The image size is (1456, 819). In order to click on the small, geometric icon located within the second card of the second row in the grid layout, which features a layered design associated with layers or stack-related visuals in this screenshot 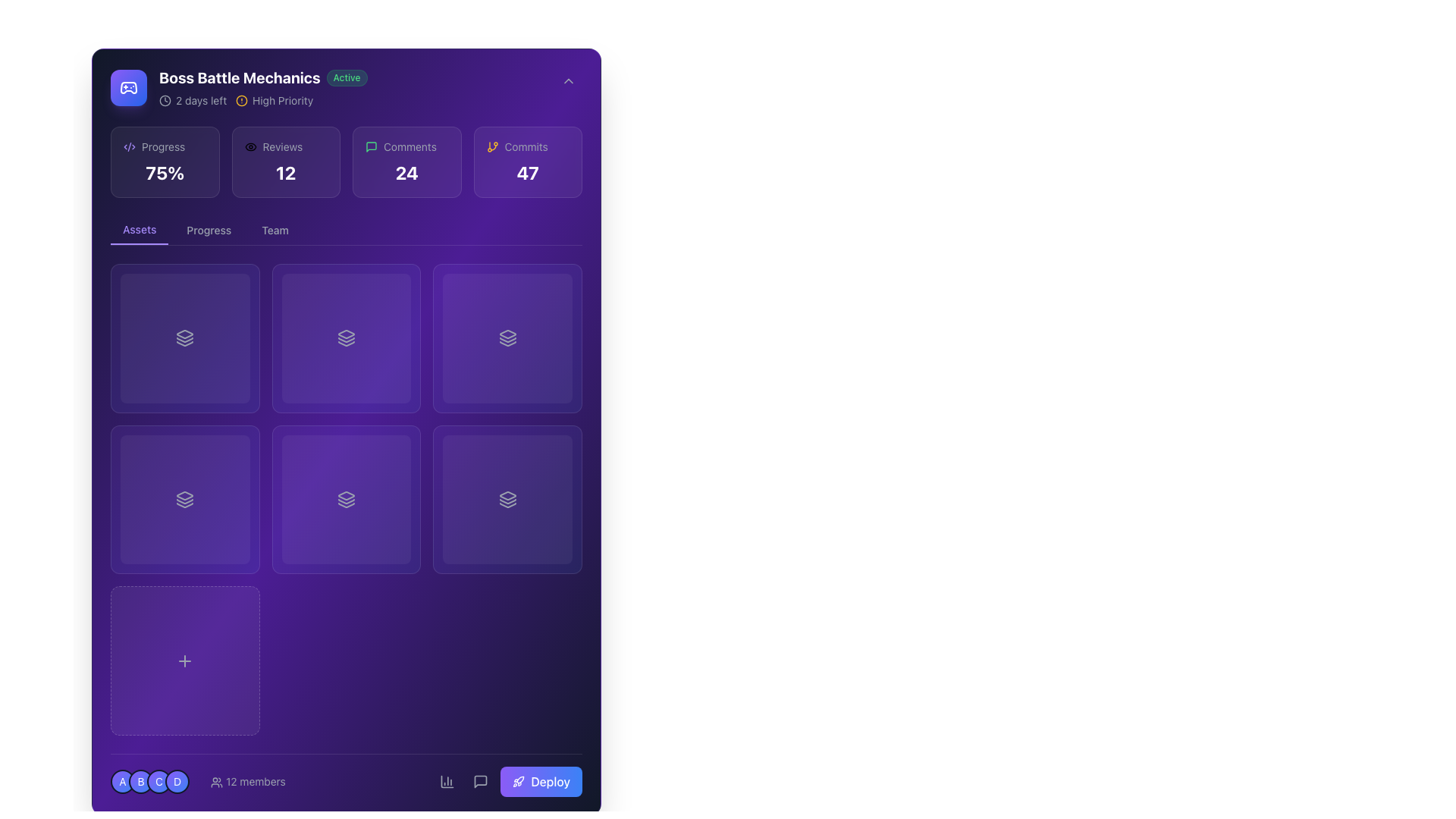, I will do `click(345, 339)`.